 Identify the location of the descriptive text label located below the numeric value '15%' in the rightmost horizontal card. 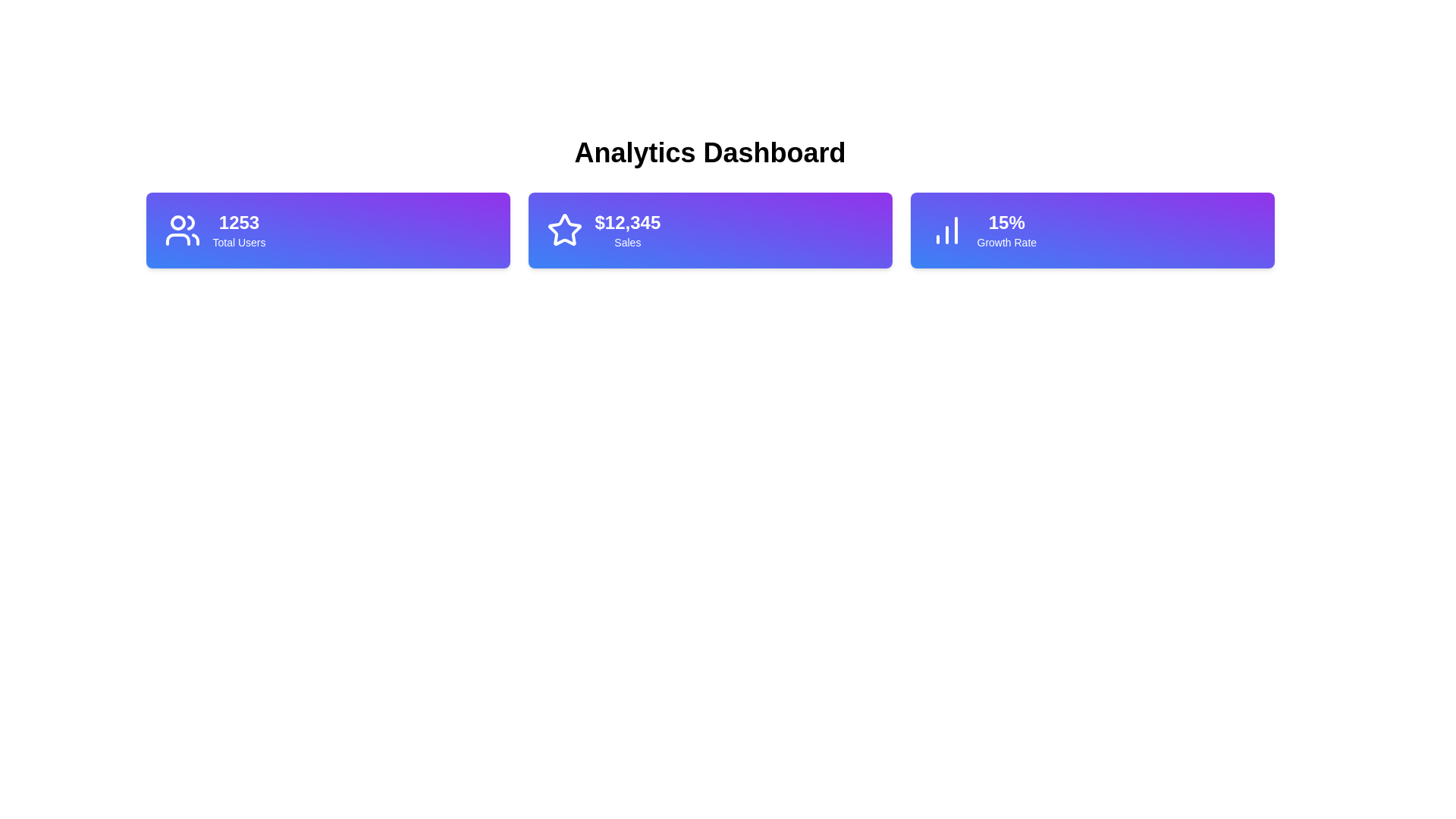
(1006, 242).